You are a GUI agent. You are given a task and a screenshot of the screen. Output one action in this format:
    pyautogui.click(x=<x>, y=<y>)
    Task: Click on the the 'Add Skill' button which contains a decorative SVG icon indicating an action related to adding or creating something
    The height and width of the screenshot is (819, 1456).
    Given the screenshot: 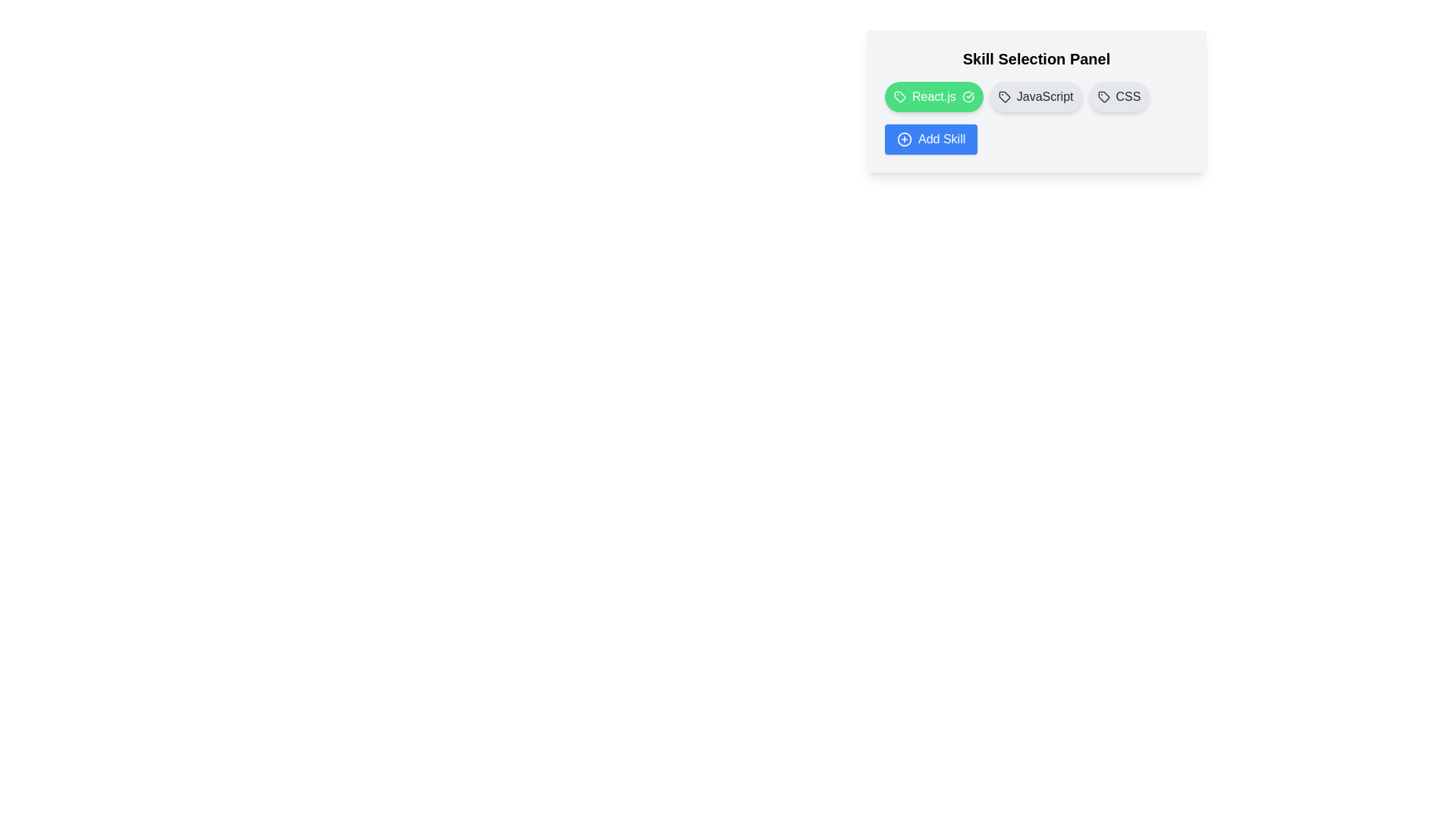 What is the action you would take?
    pyautogui.click(x=905, y=140)
    